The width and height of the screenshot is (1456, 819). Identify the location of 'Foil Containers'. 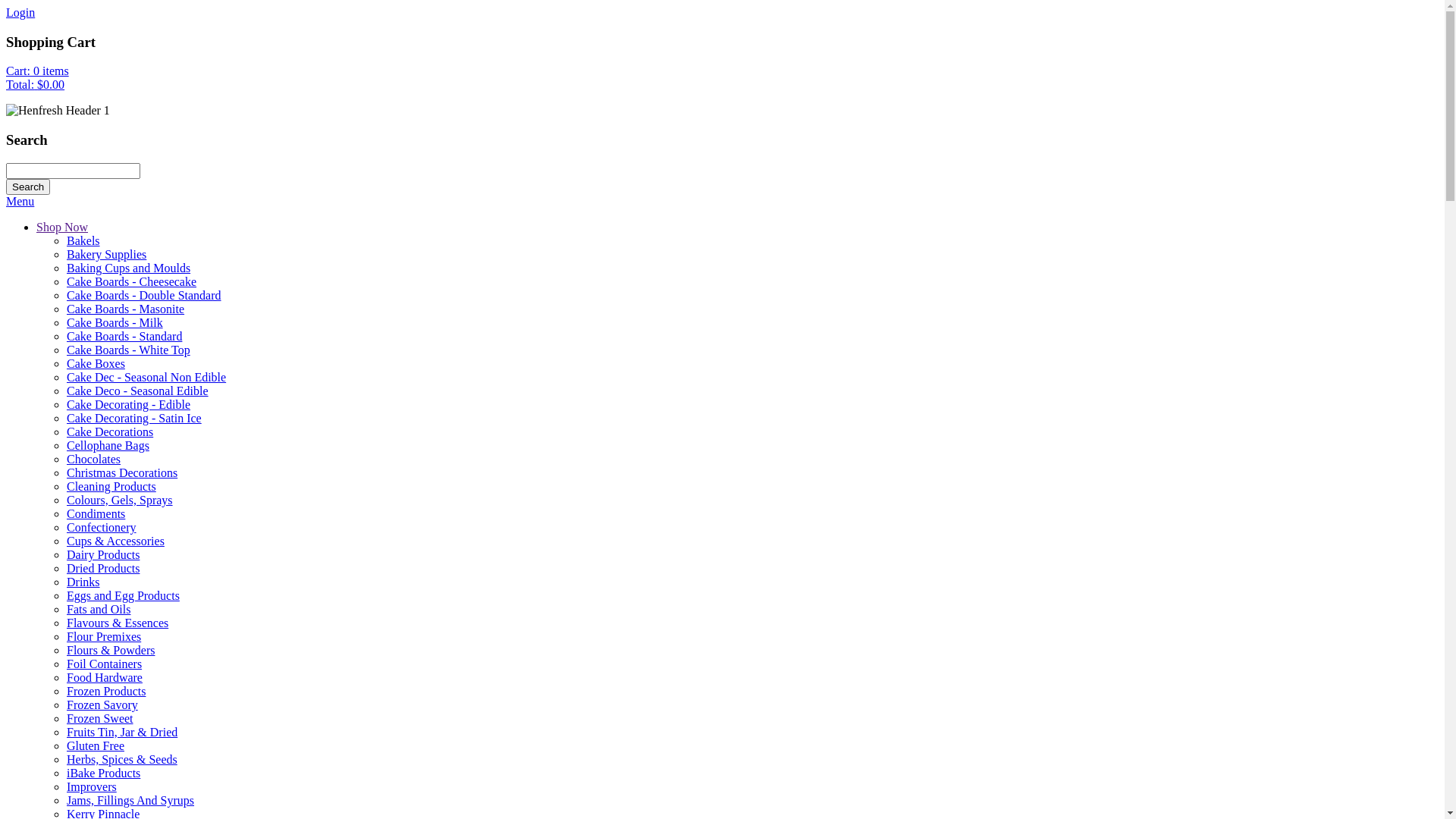
(65, 663).